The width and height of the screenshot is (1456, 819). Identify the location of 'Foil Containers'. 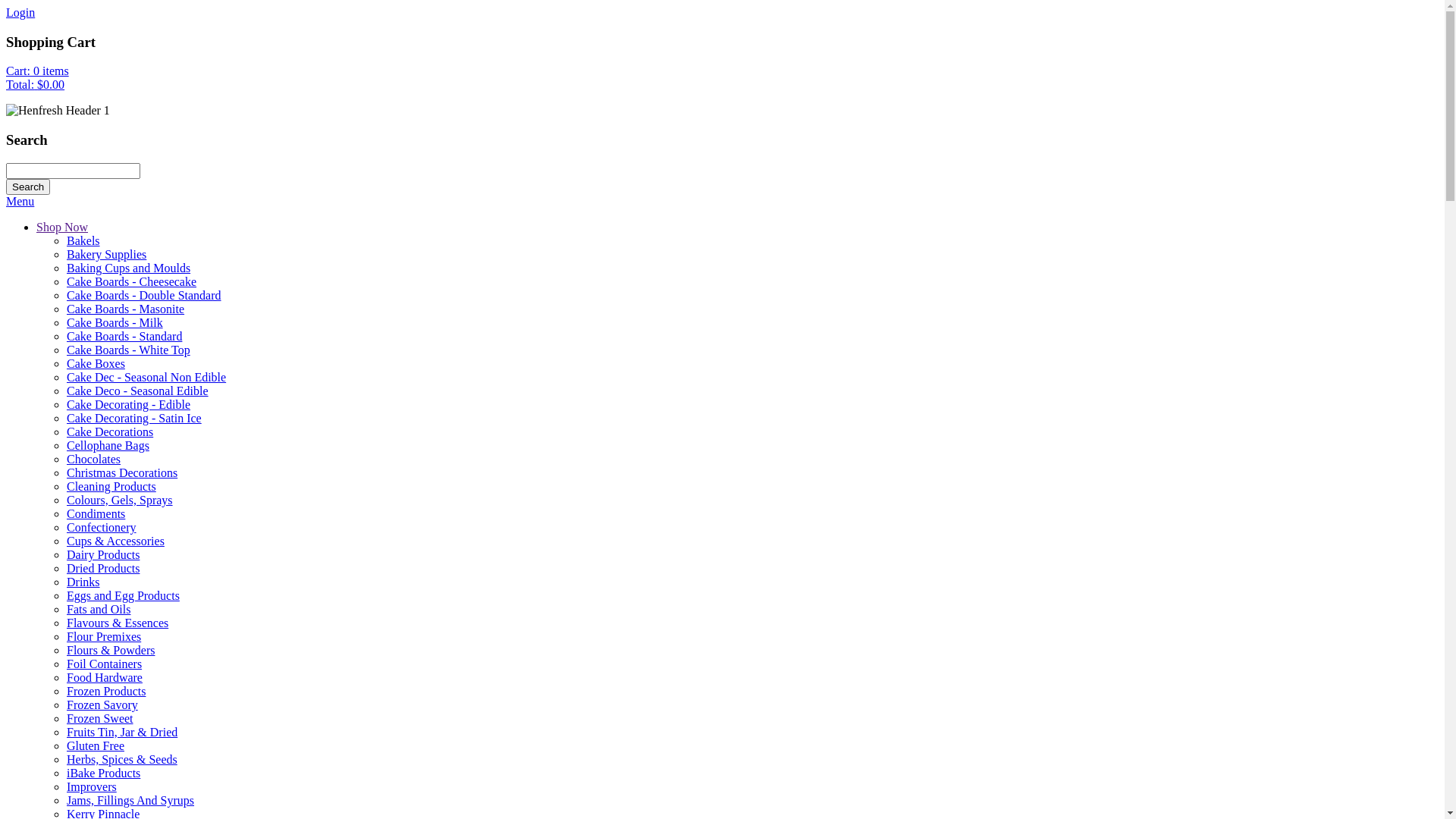
(65, 663).